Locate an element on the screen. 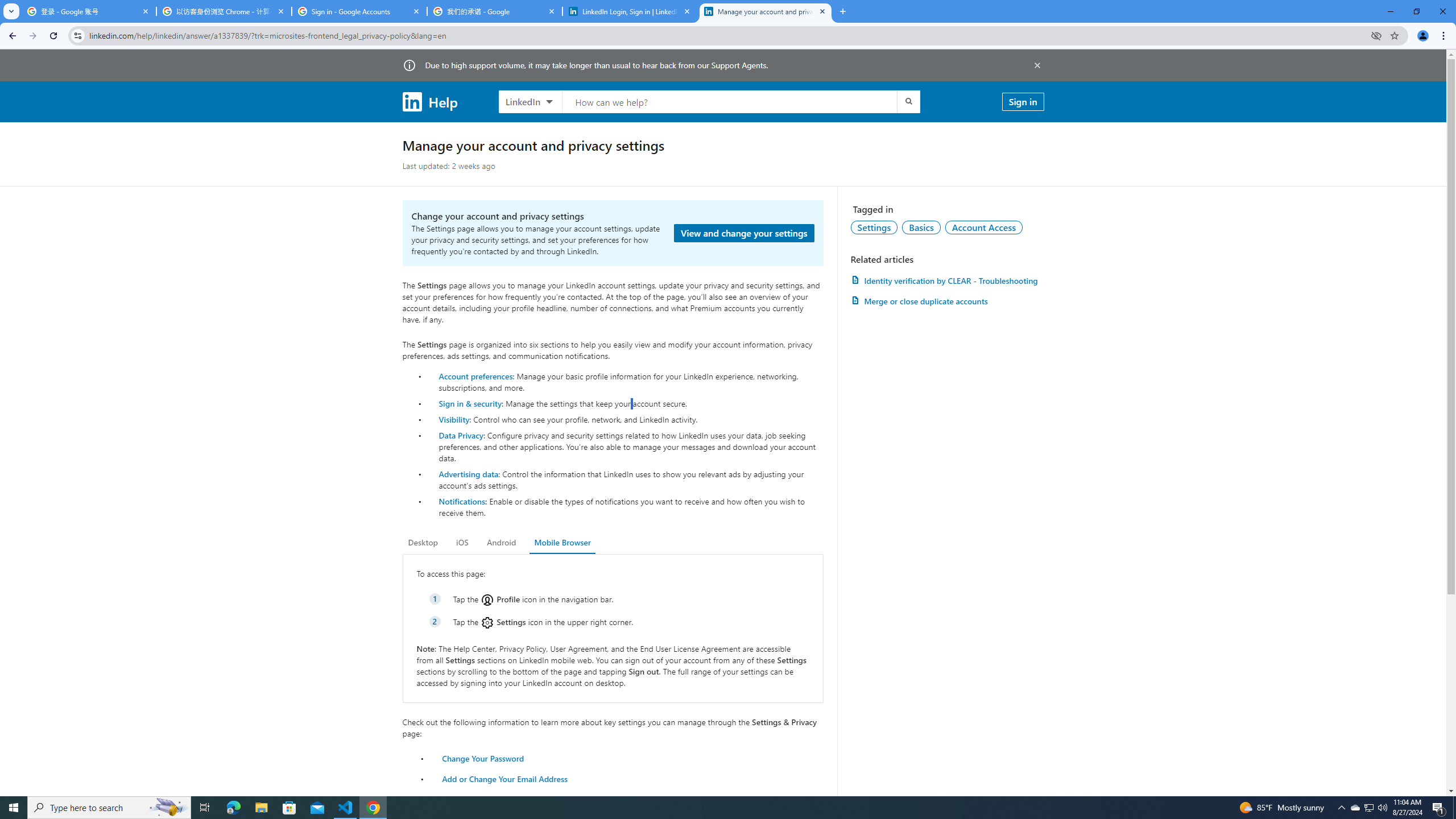 The image size is (1456, 819). 'Mobile Browser' is located at coordinates (562, 542).